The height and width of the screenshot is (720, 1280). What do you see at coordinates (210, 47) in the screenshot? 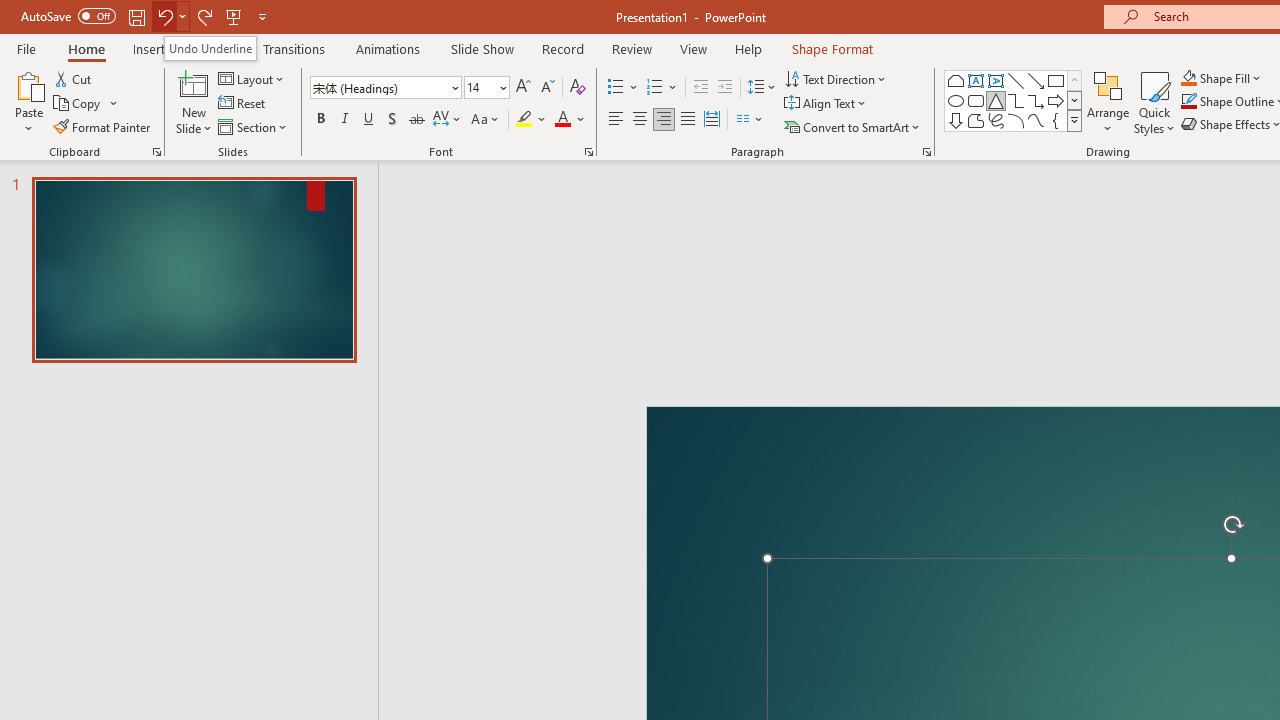
I see `'Undo Underline'` at bounding box center [210, 47].